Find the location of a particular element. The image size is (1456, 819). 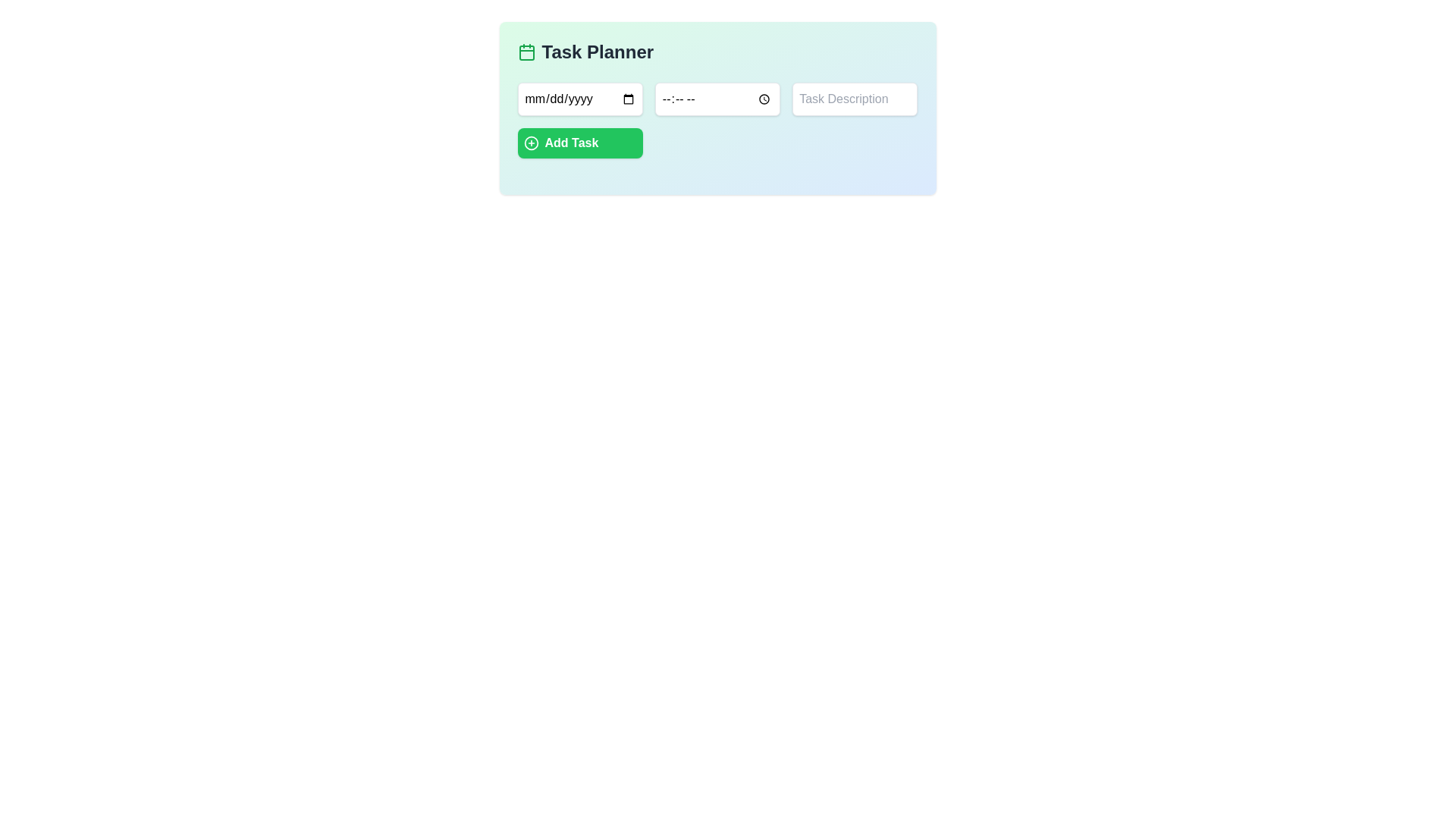

the circular green icon with a plus sign inside, which is part of the 'Add Task' button is located at coordinates (531, 143).